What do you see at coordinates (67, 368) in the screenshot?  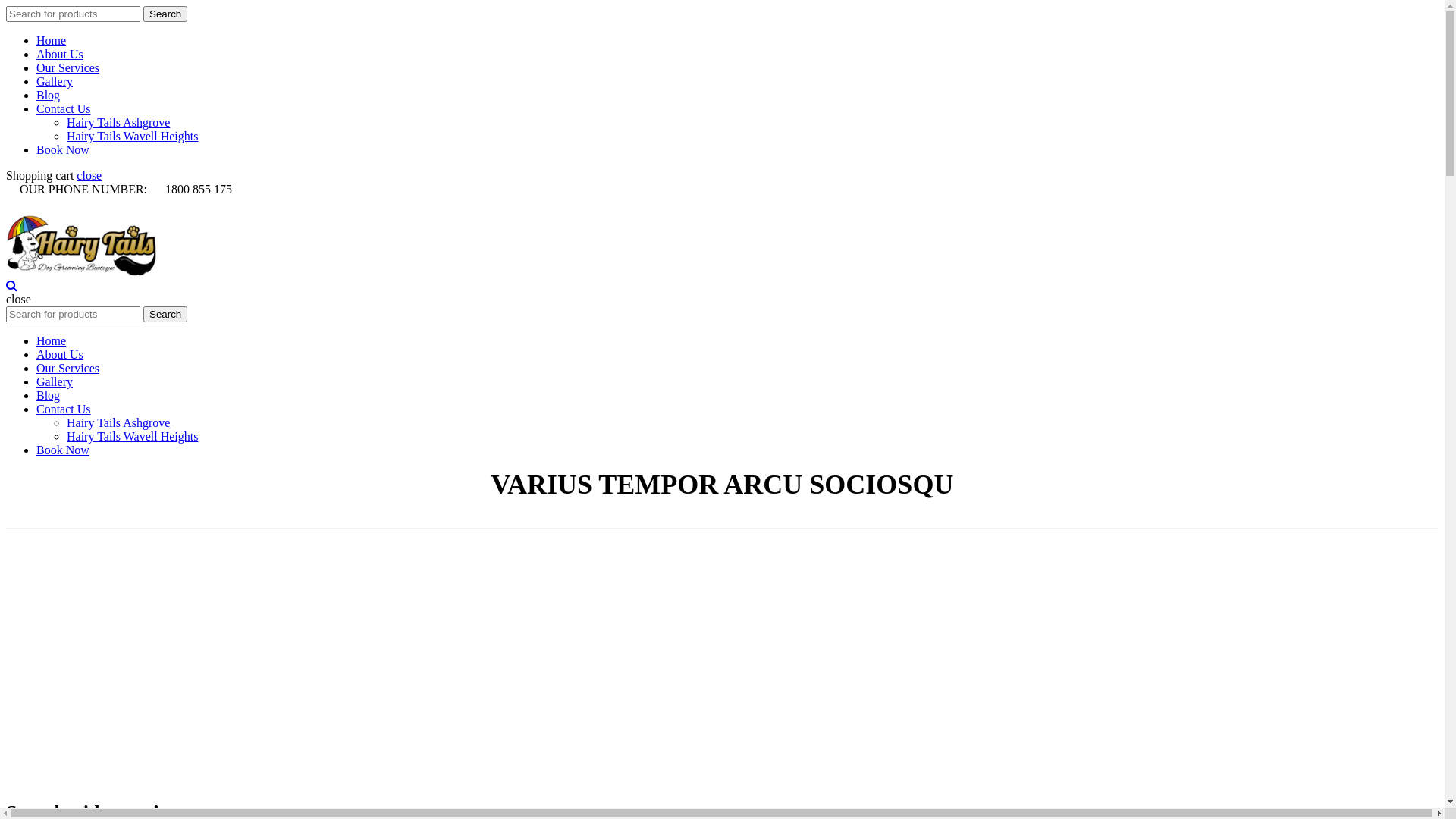 I see `'Our Services'` at bounding box center [67, 368].